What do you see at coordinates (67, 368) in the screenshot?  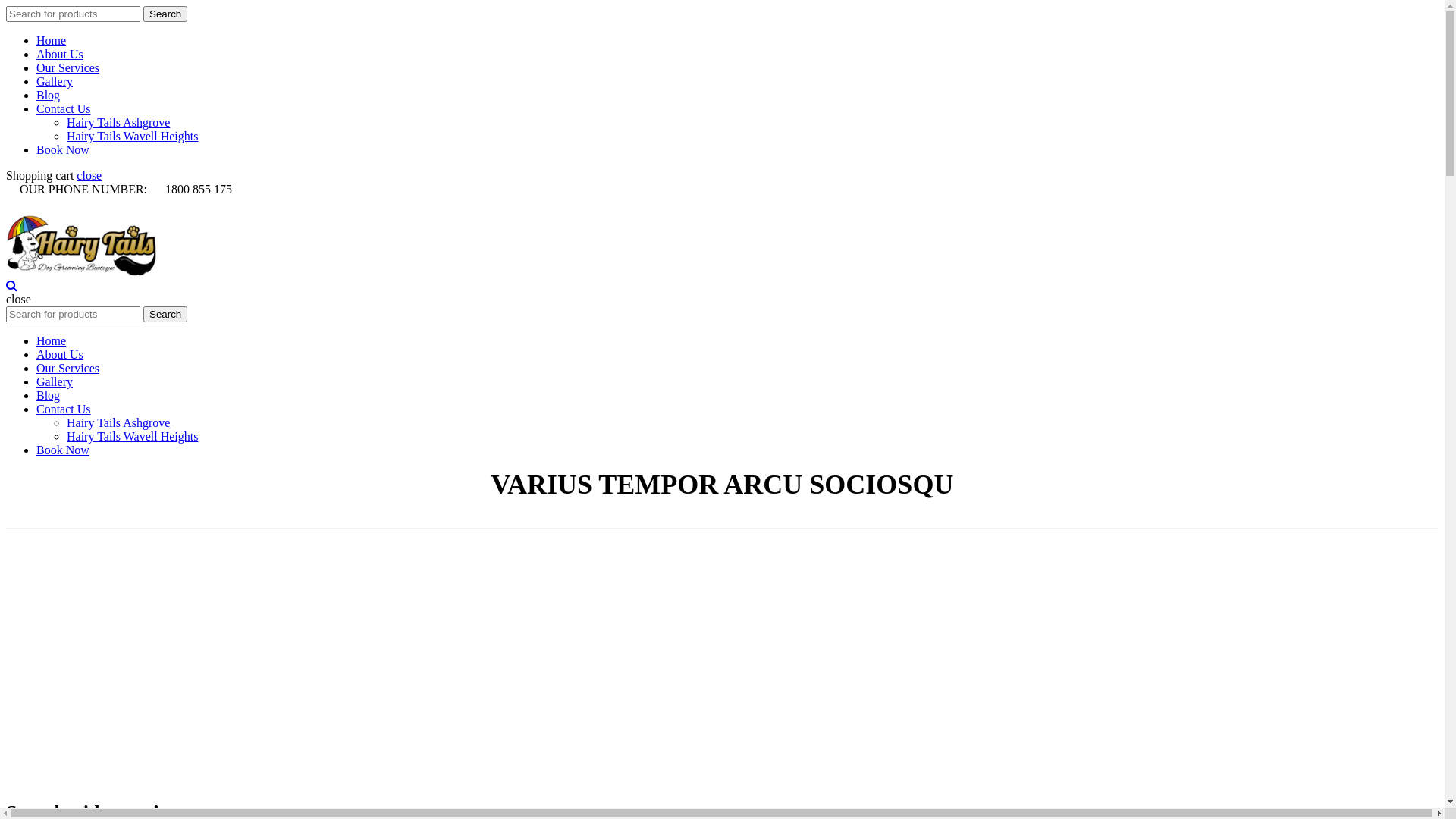 I see `'Our Services'` at bounding box center [67, 368].